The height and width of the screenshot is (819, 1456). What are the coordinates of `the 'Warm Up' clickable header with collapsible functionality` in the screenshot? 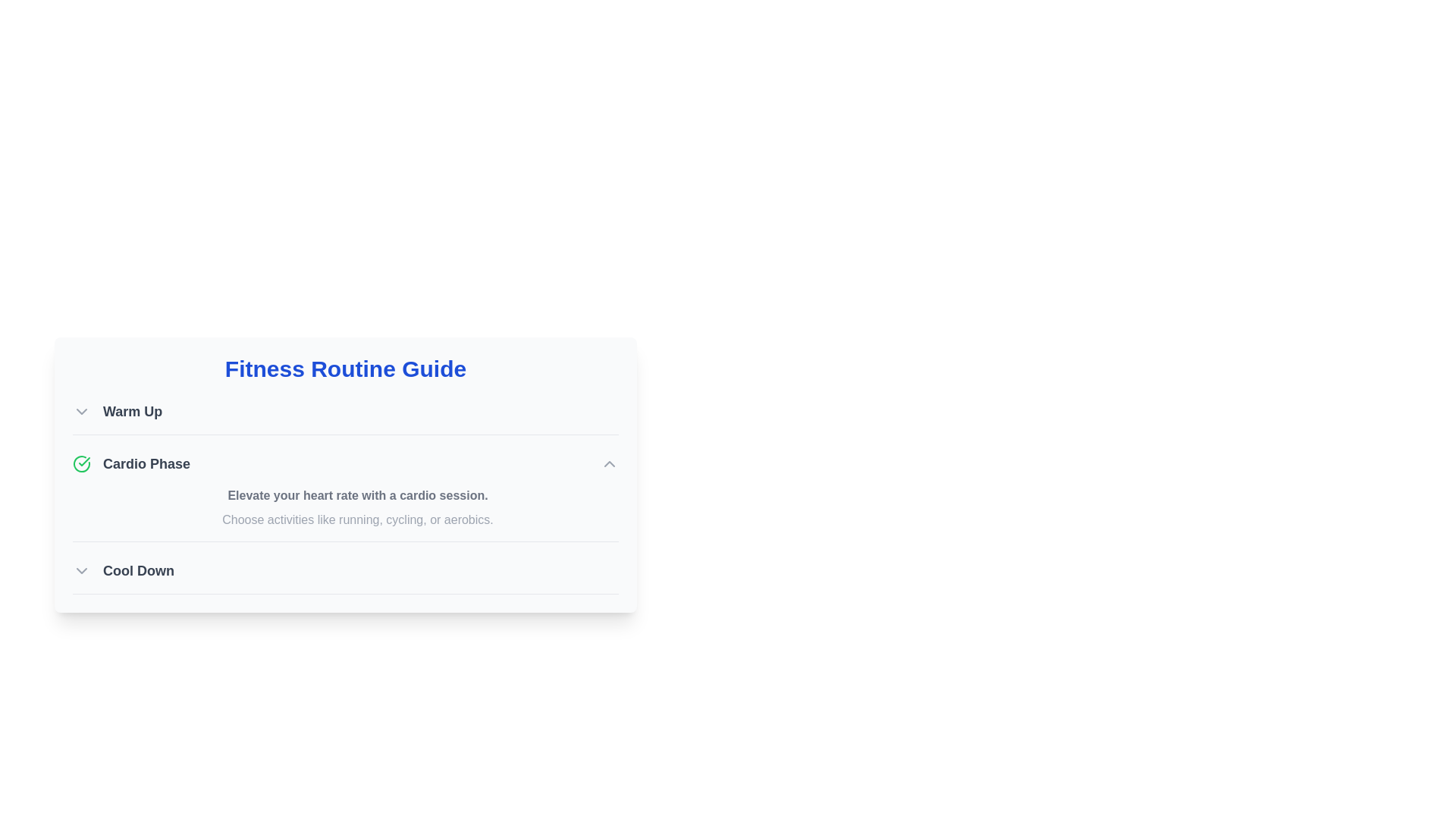 It's located at (117, 412).